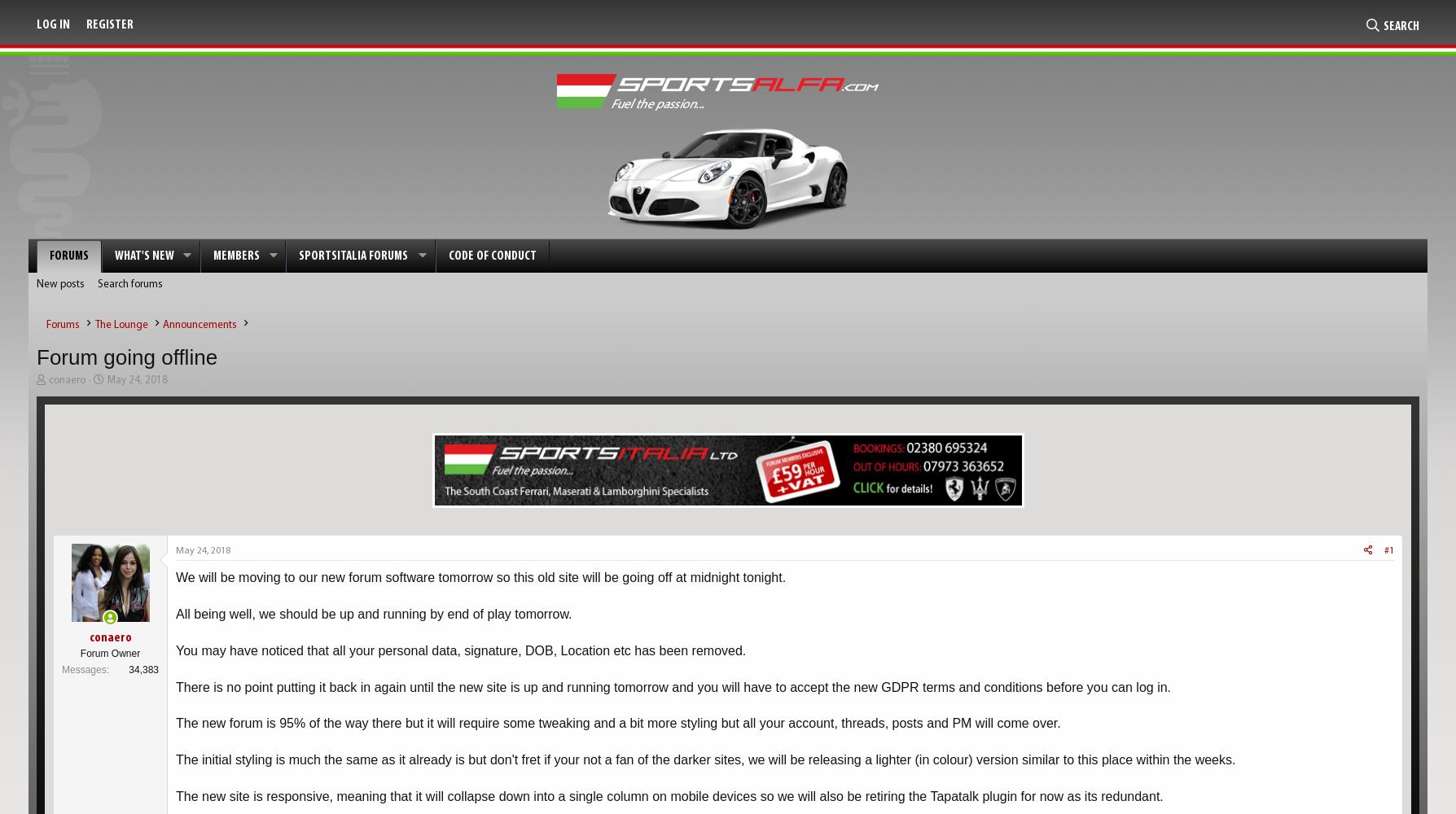 The width and height of the screenshot is (1456, 814). What do you see at coordinates (144, 256) in the screenshot?
I see `'What's new'` at bounding box center [144, 256].